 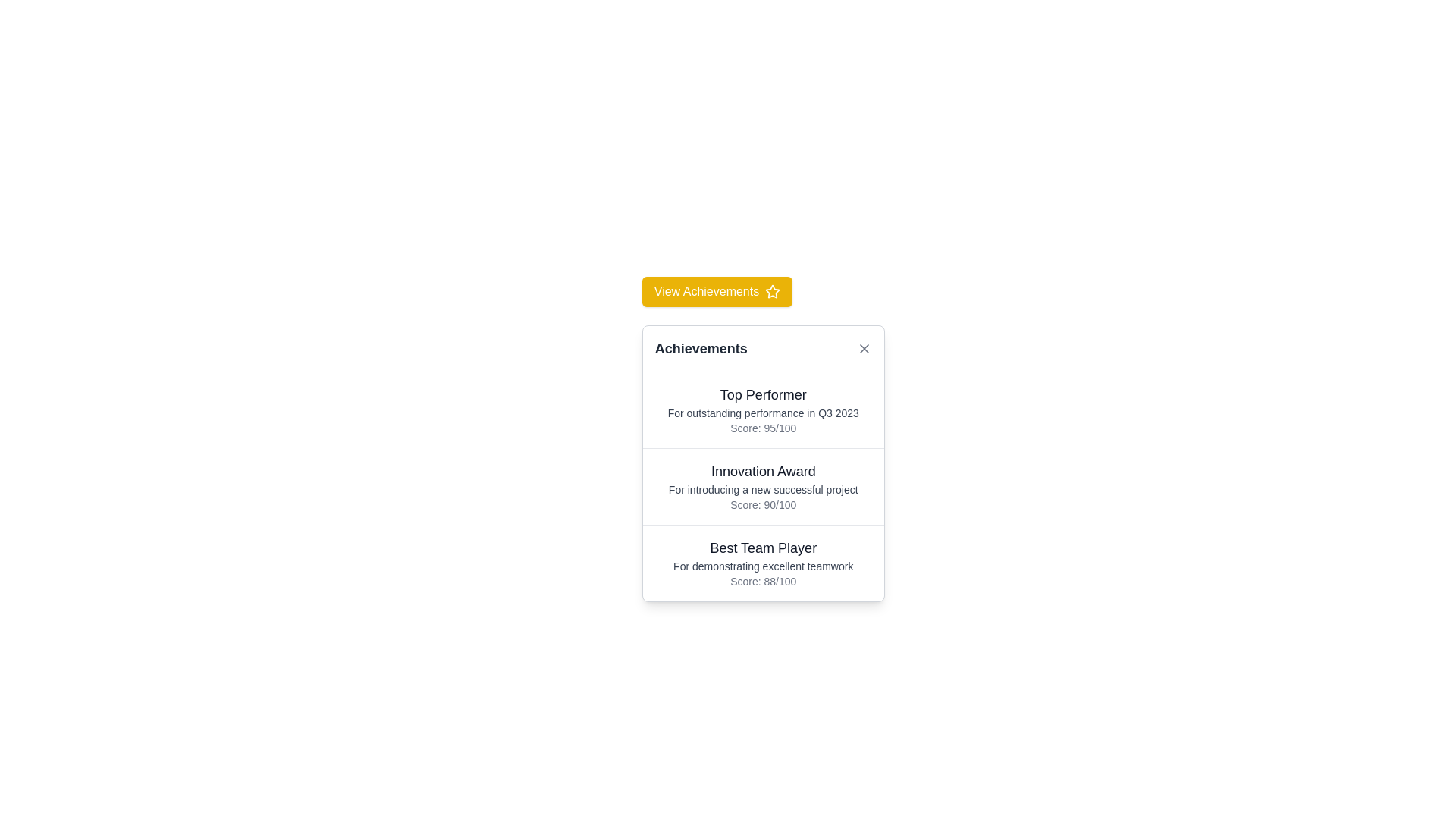 What do you see at coordinates (763, 563) in the screenshot?
I see `the third Text Component in the 'Achievements' section that describes an award, specifically located between the 'Innovation Award' and the bottom padding` at bounding box center [763, 563].